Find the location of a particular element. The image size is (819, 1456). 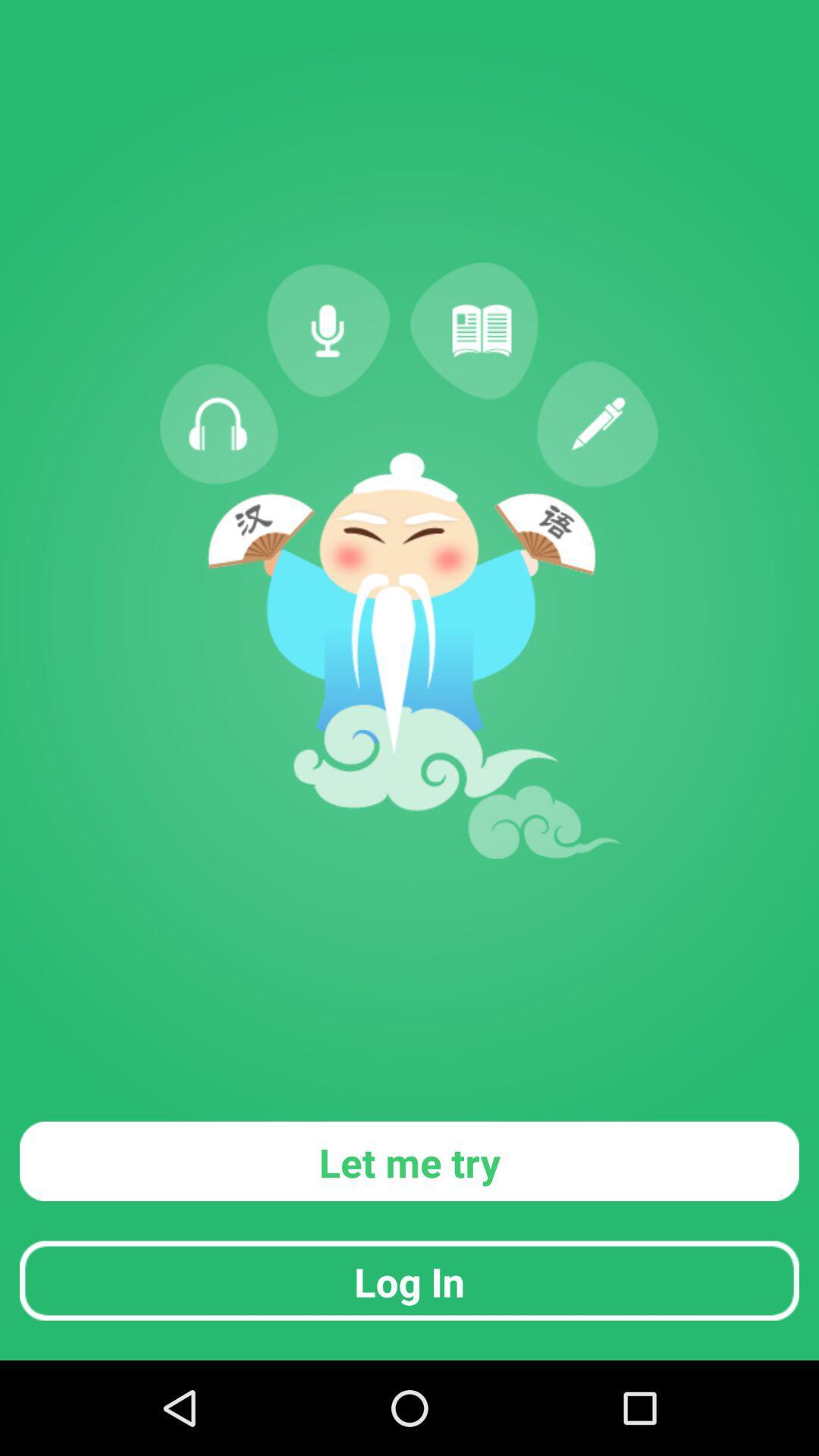

icon below let me try button is located at coordinates (409, 1280).